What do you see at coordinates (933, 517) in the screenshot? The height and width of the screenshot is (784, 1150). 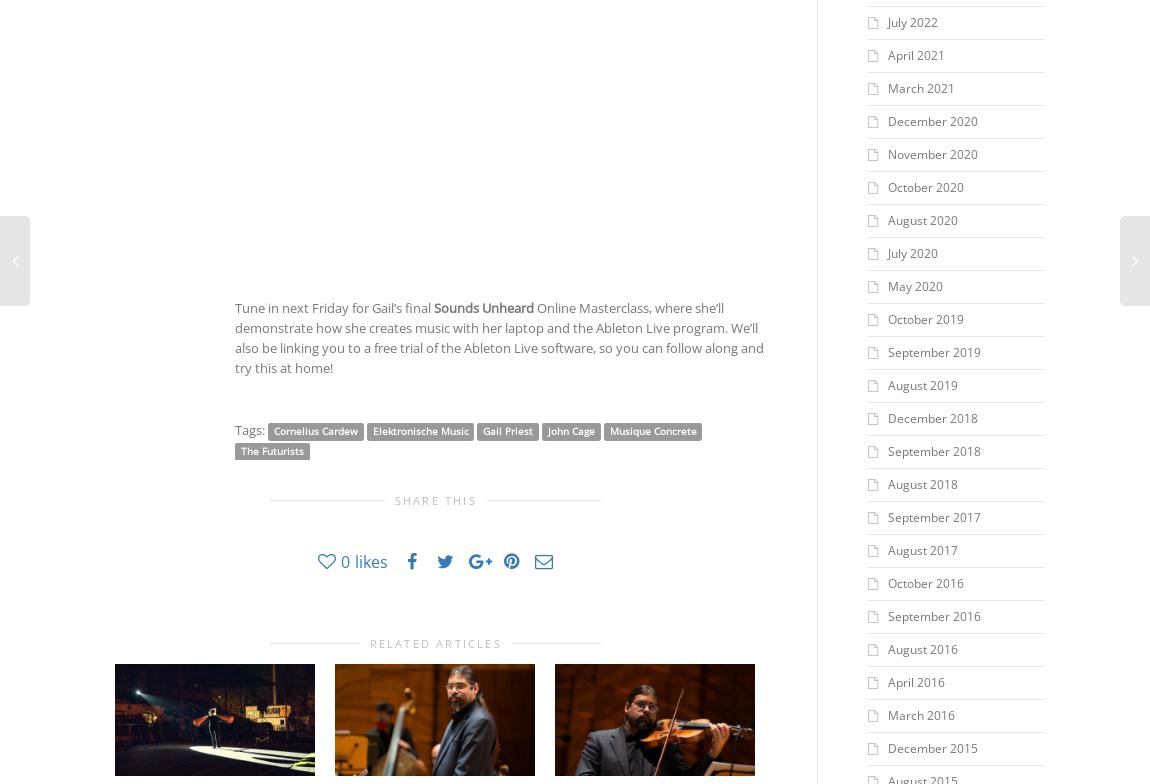 I see `'September 2017'` at bounding box center [933, 517].